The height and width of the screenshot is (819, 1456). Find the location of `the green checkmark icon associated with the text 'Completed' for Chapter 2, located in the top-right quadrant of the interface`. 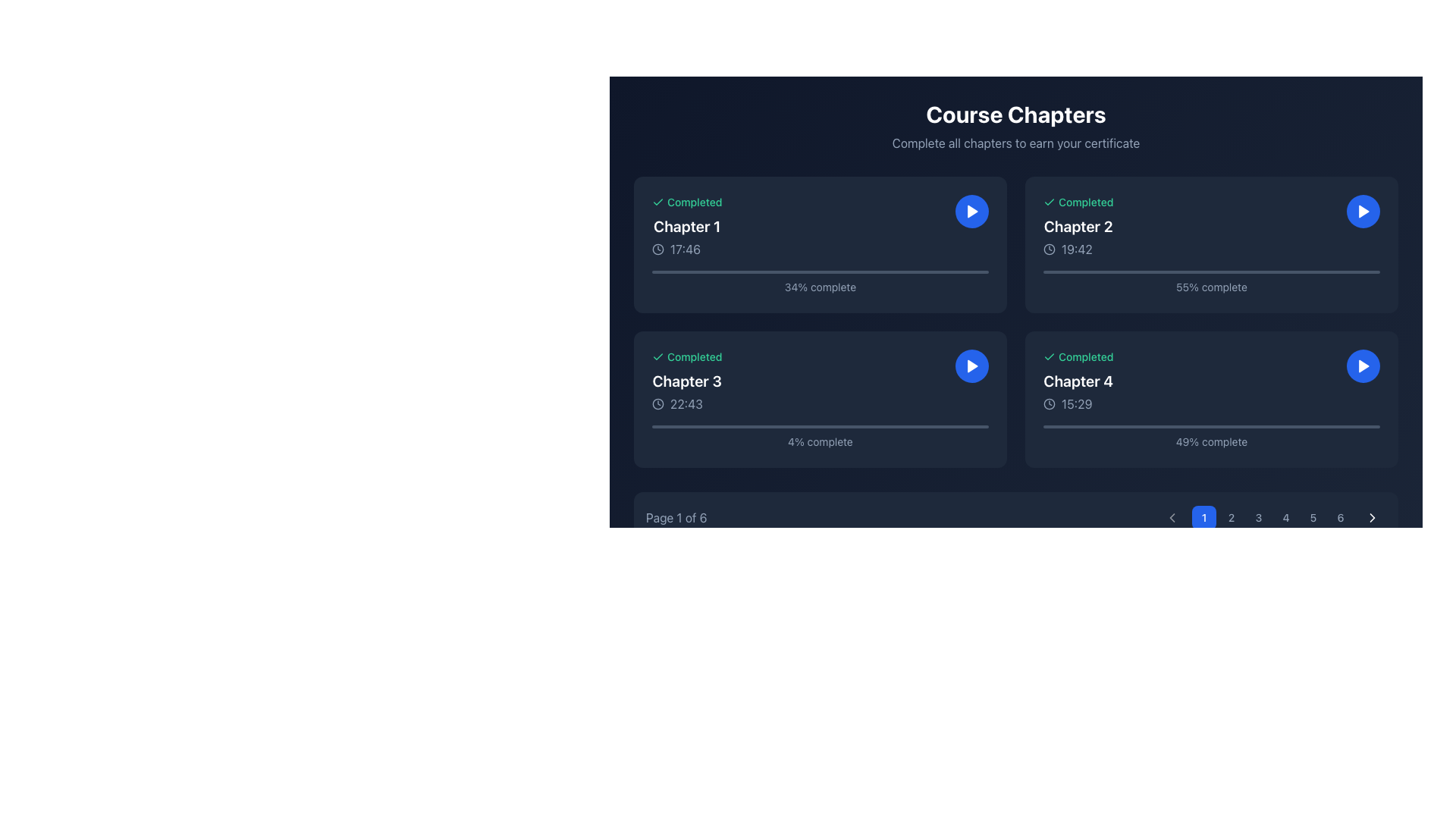

the green checkmark icon associated with the text 'Completed' for Chapter 2, located in the top-right quadrant of the interface is located at coordinates (1048, 201).